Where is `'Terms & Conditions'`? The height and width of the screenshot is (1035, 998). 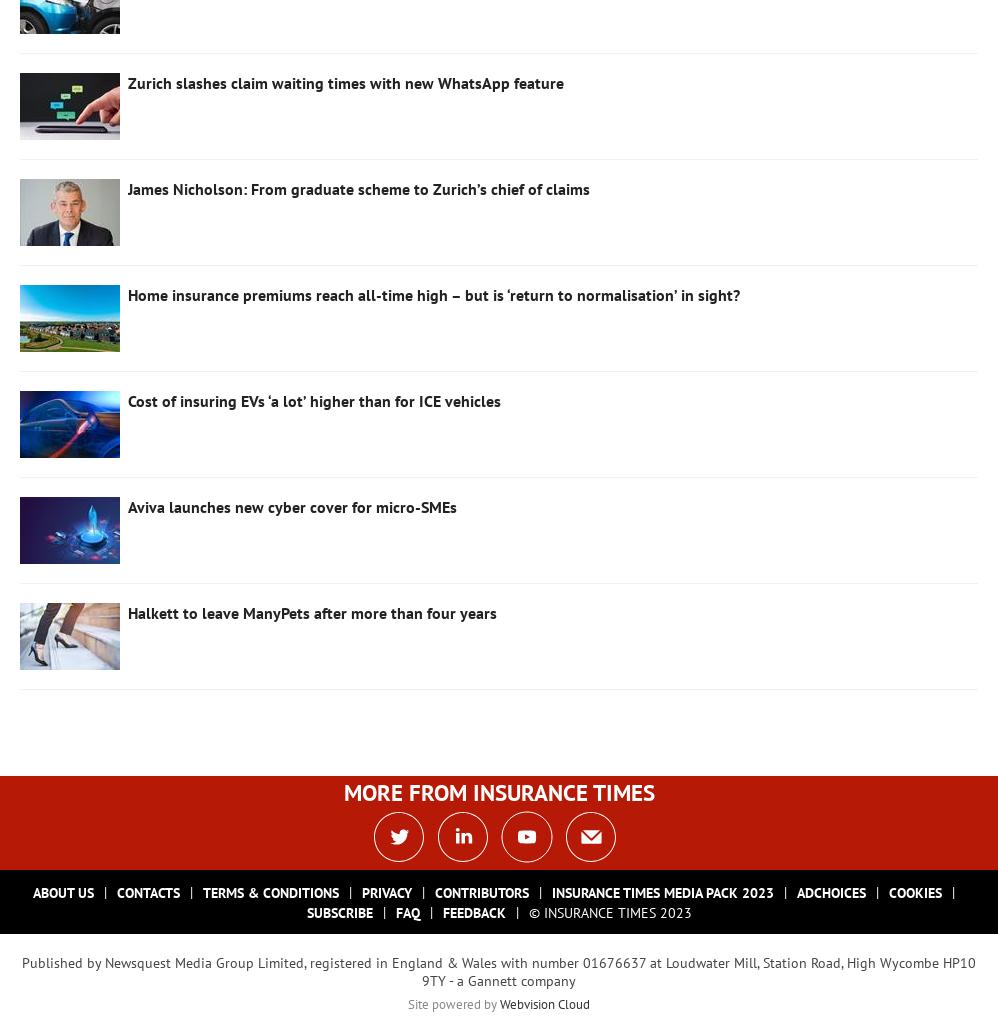
'Terms & Conditions' is located at coordinates (269, 891).